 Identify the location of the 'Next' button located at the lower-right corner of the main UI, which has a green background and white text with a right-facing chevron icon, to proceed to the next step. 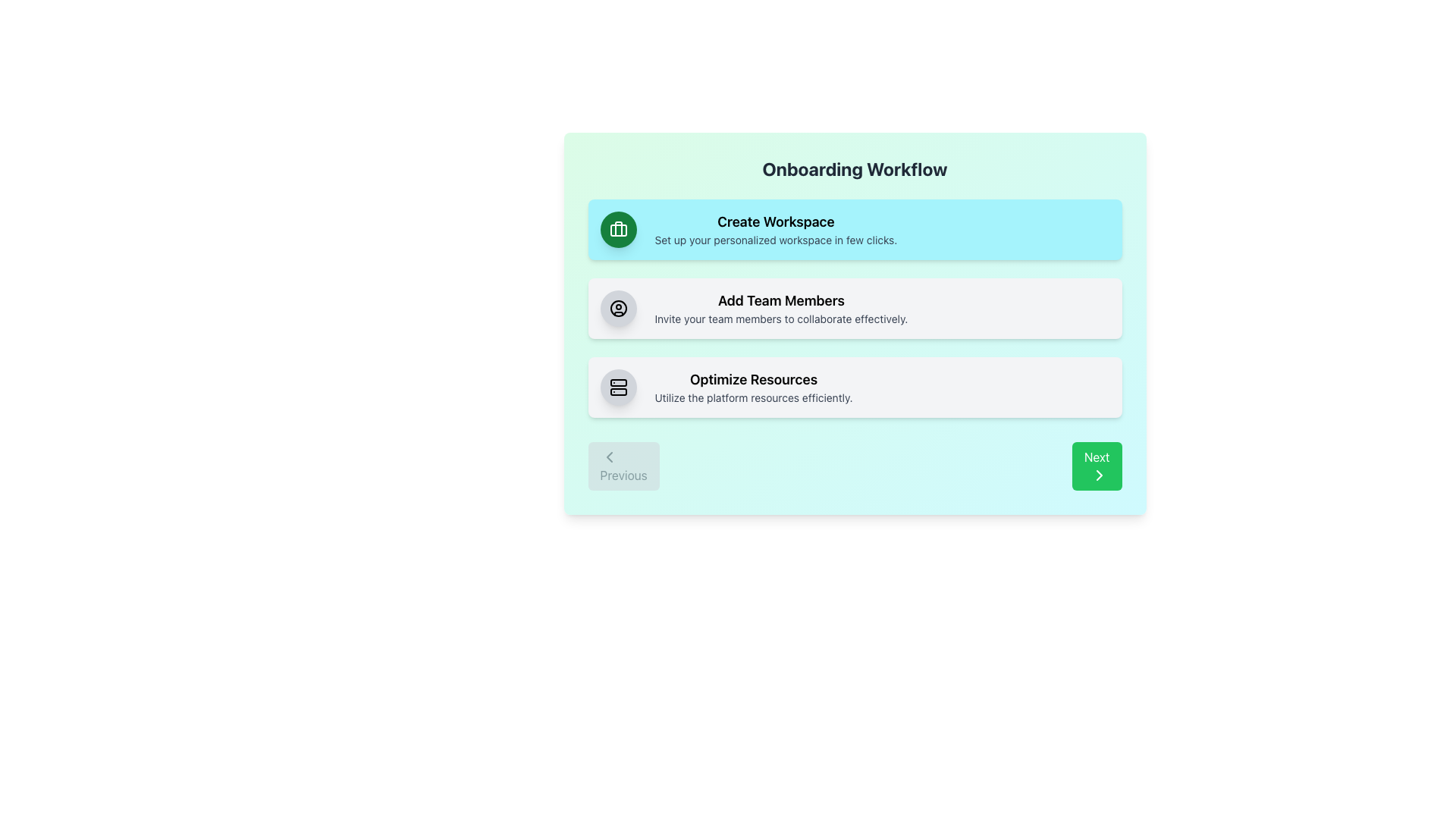
(1097, 465).